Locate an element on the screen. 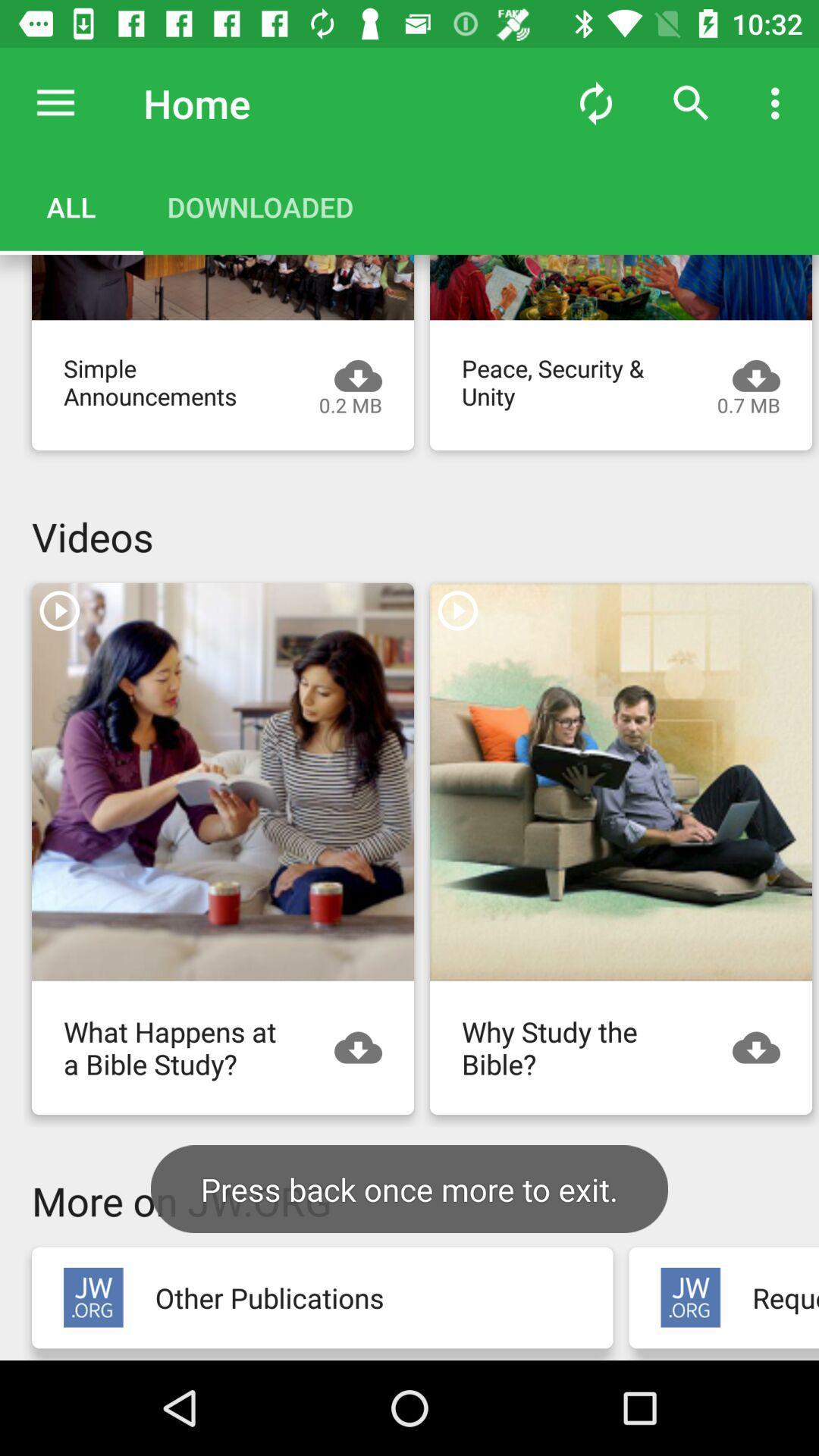 This screenshot has width=819, height=1456. advertisement is located at coordinates (620, 782).